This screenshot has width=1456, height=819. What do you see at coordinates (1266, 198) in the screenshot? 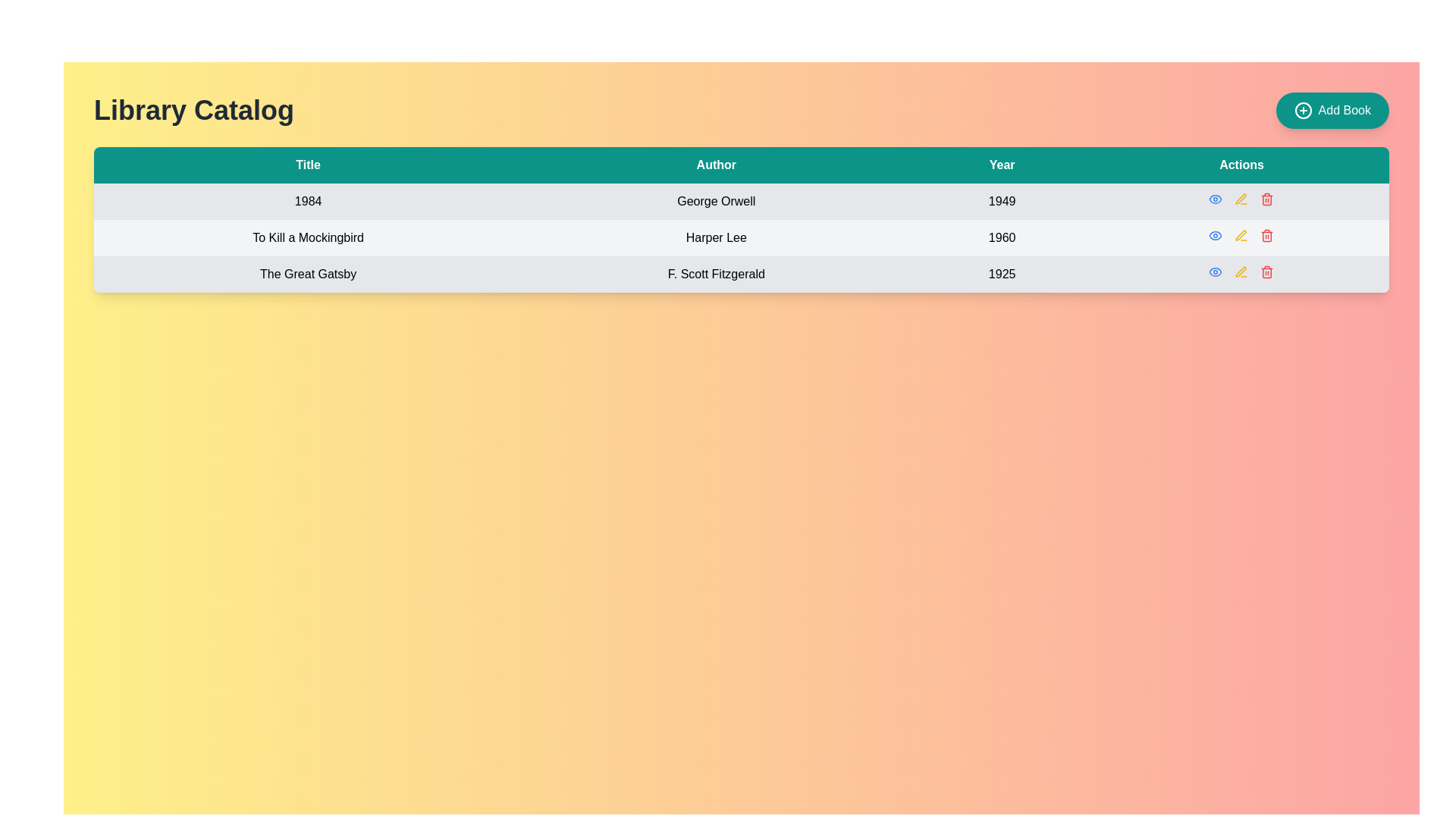
I see `the red trash bin icon in the 'Actions' column` at bounding box center [1266, 198].